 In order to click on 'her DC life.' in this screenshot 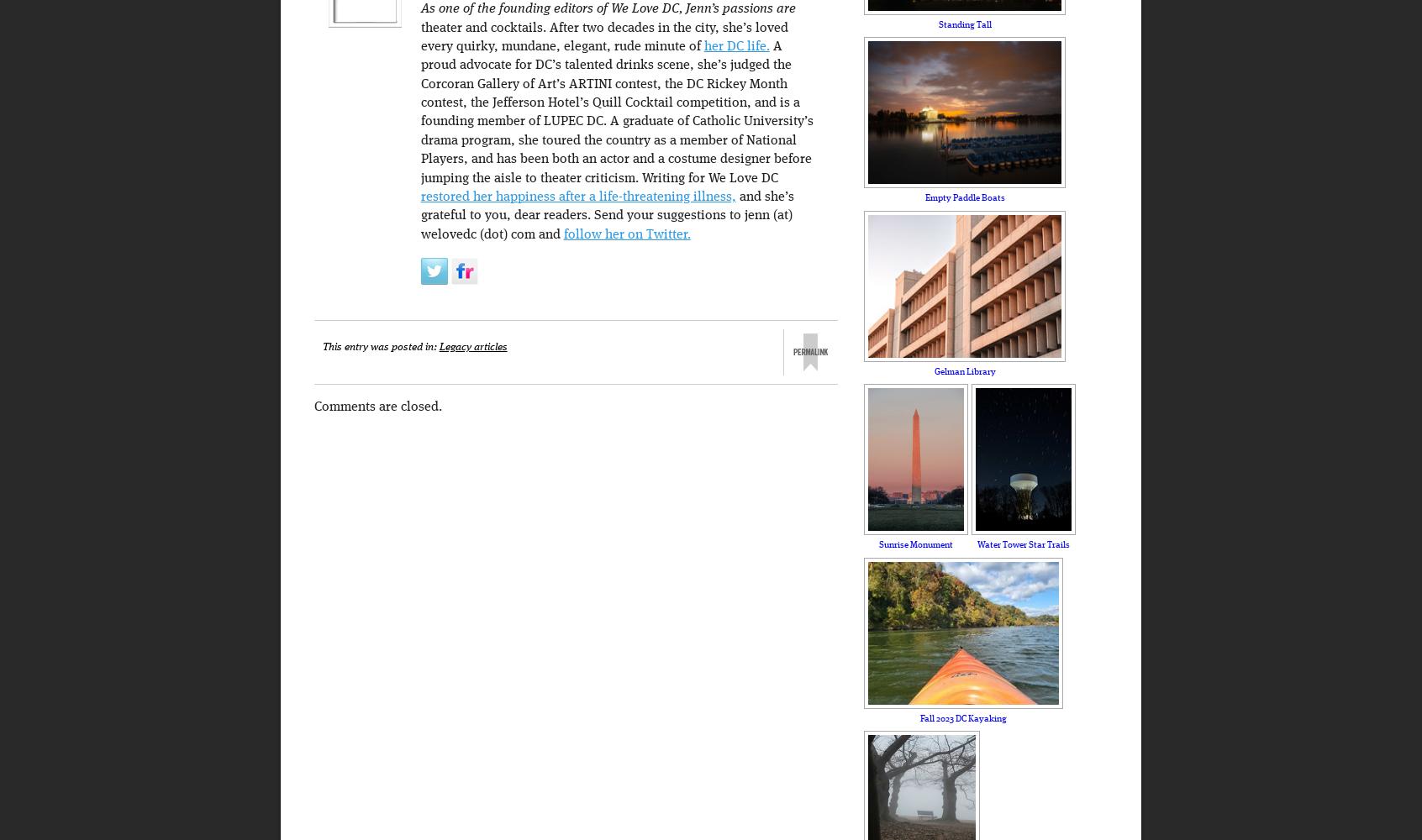, I will do `click(735, 46)`.